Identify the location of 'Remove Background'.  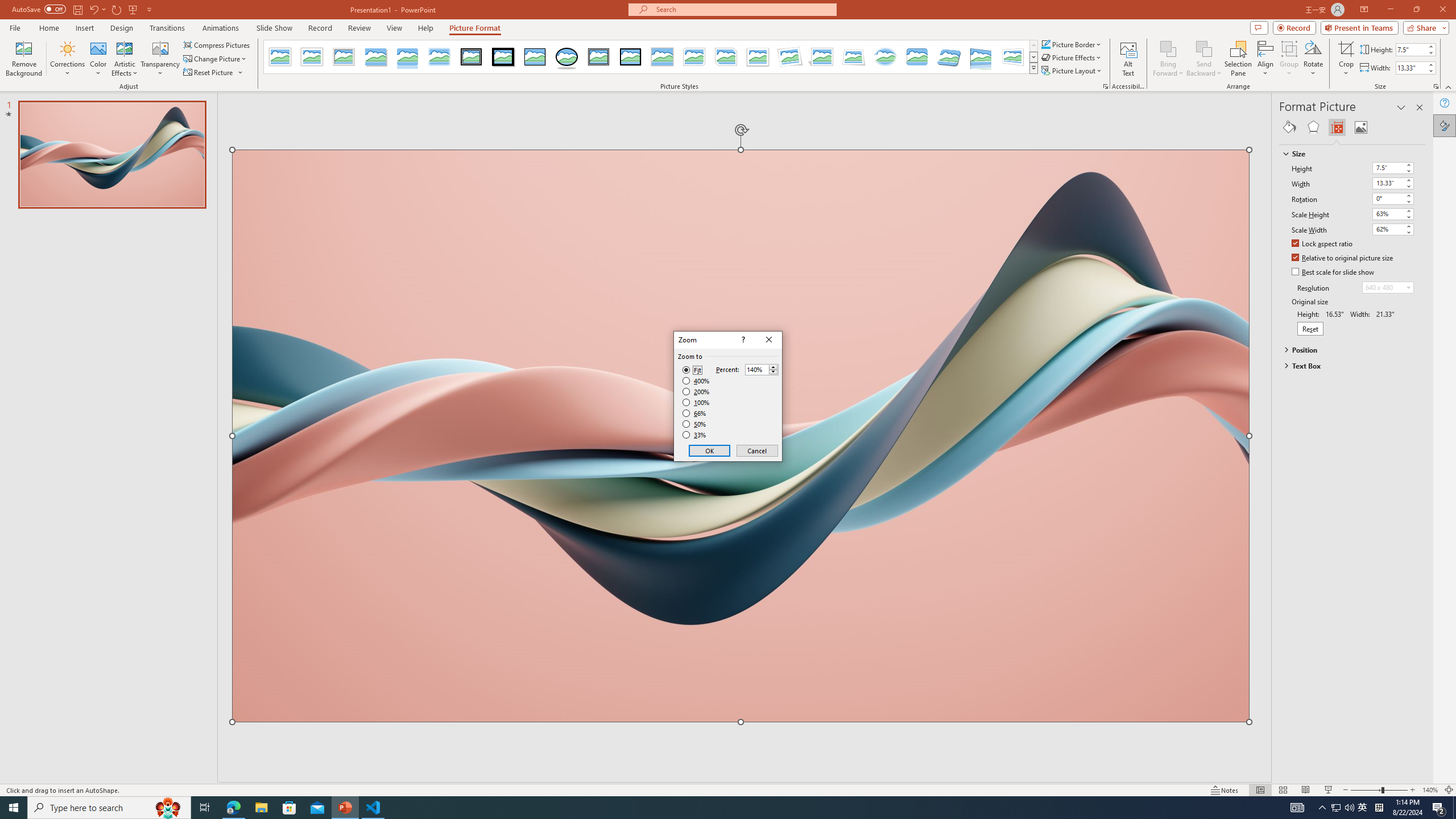
(23, 59).